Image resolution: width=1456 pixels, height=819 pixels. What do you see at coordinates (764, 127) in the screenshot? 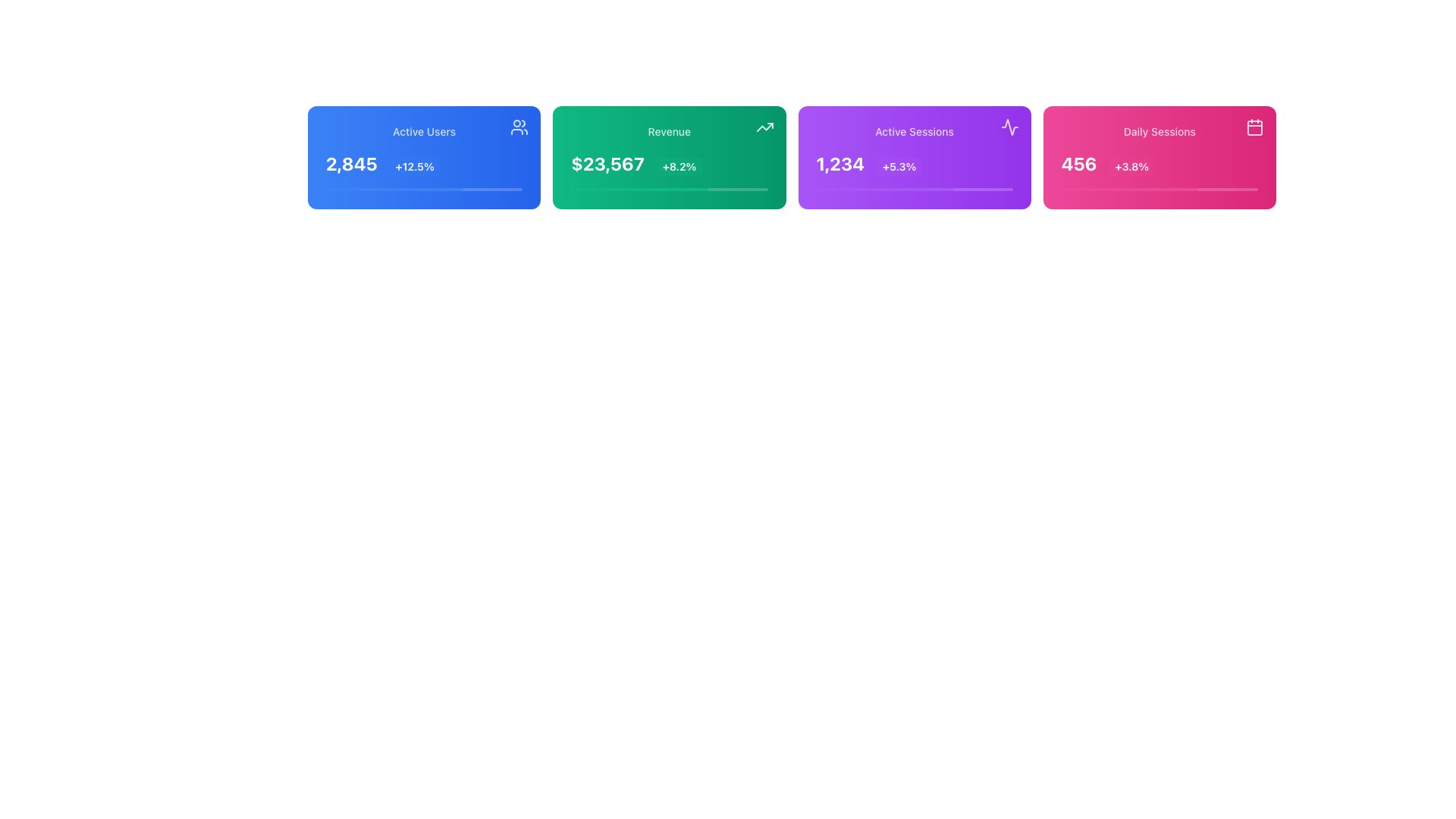
I see `the growth indicator icon located at the top-right corner of the 'Revenue' card, which symbolizes a positive trend in revenue` at bounding box center [764, 127].